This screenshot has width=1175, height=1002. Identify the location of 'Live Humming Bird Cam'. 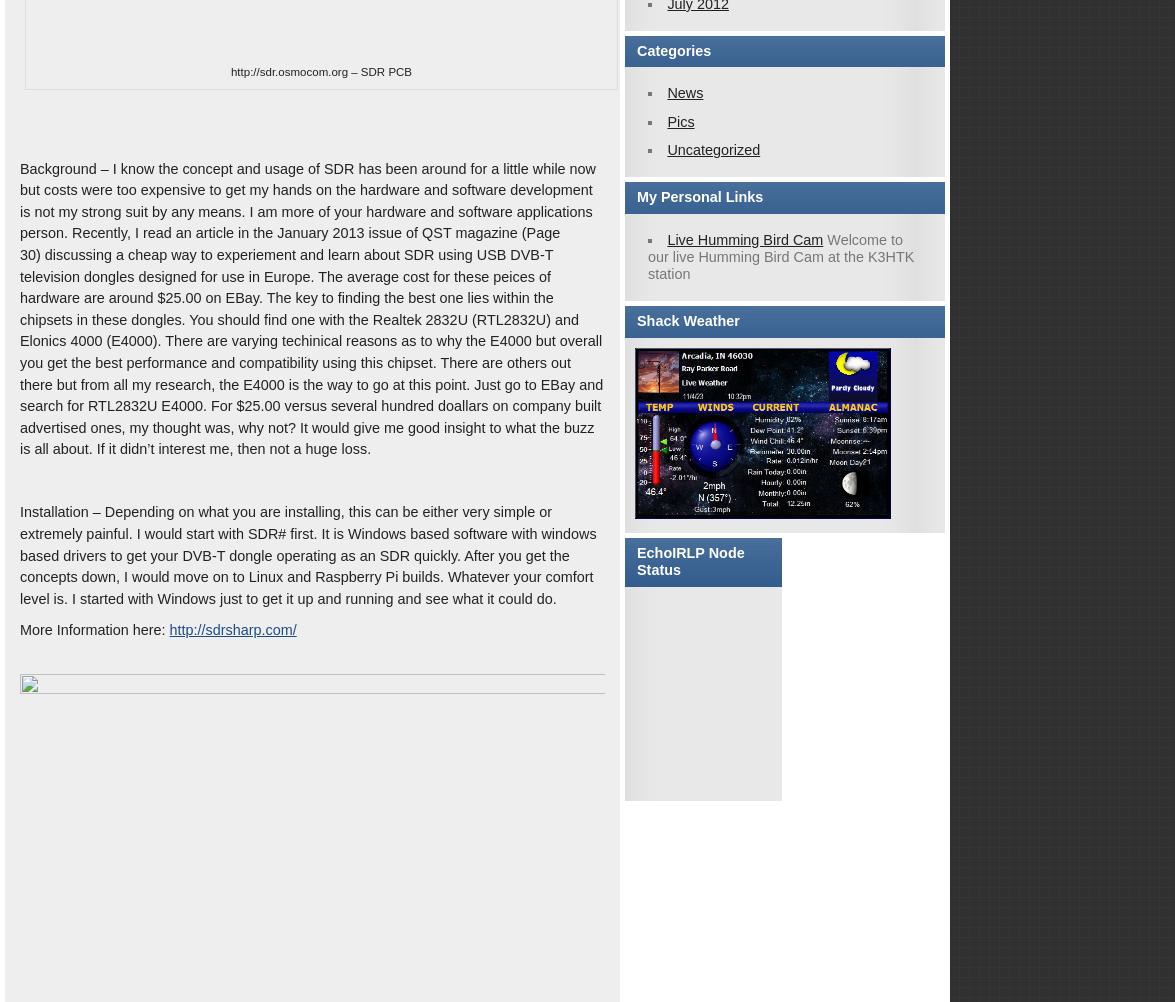
(743, 238).